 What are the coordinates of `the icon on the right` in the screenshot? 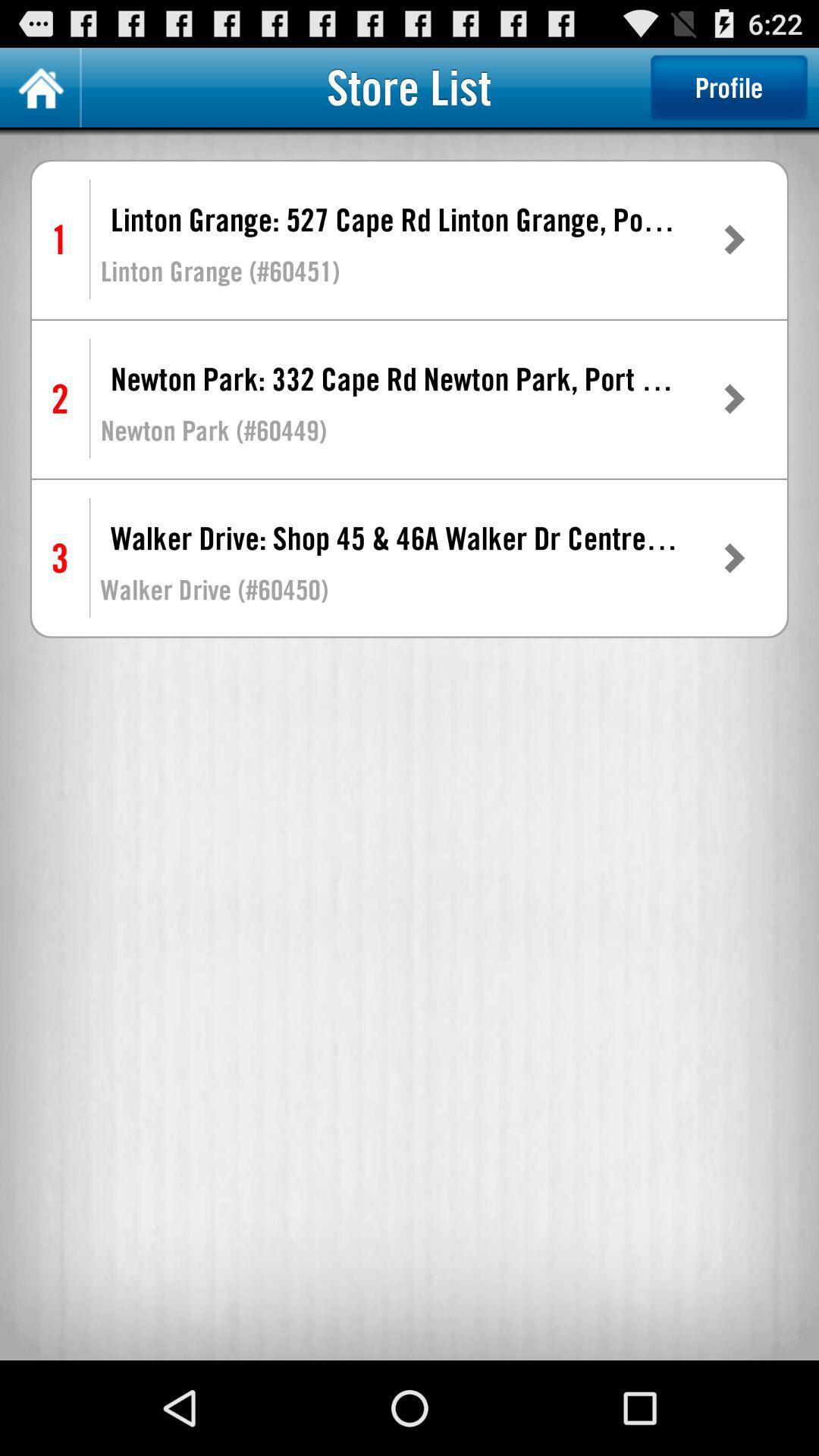 It's located at (733, 557).